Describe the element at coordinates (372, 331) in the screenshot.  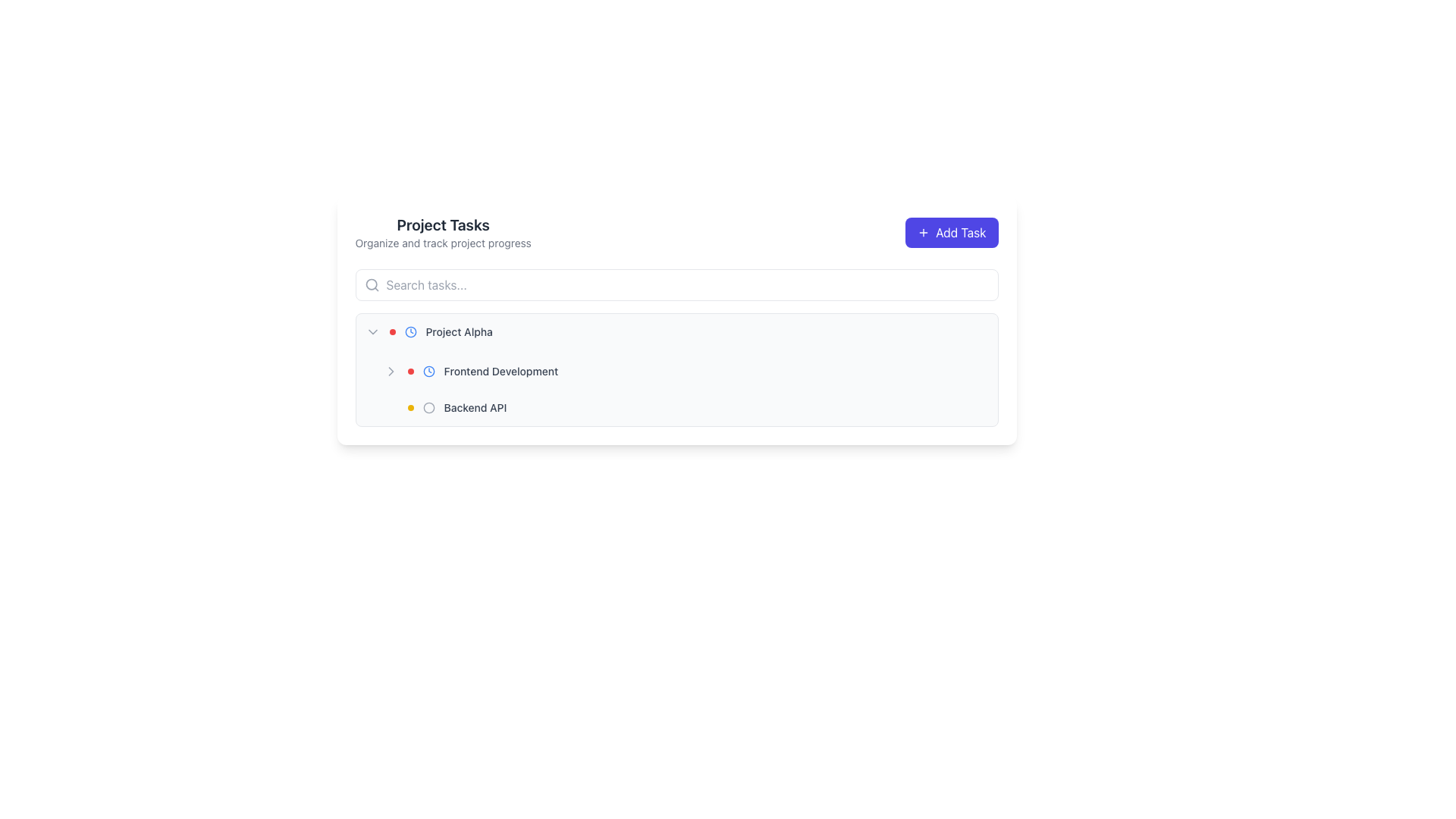
I see `the small downward-facing chevron icon button next to 'Project Alpha'` at that location.